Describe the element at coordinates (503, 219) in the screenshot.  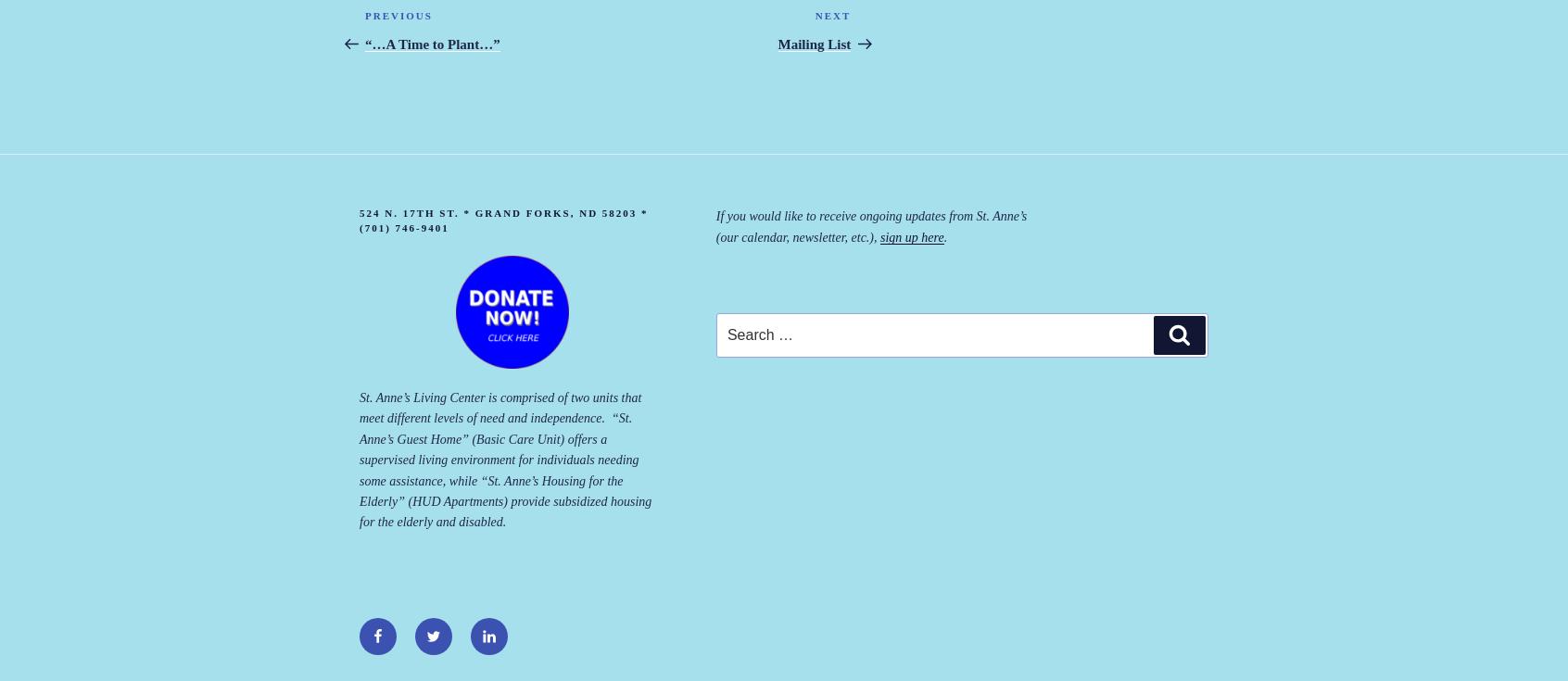
I see `'524 N. 17th St. * Grand Forks, ND 58203 * (701) 746-9401'` at that location.